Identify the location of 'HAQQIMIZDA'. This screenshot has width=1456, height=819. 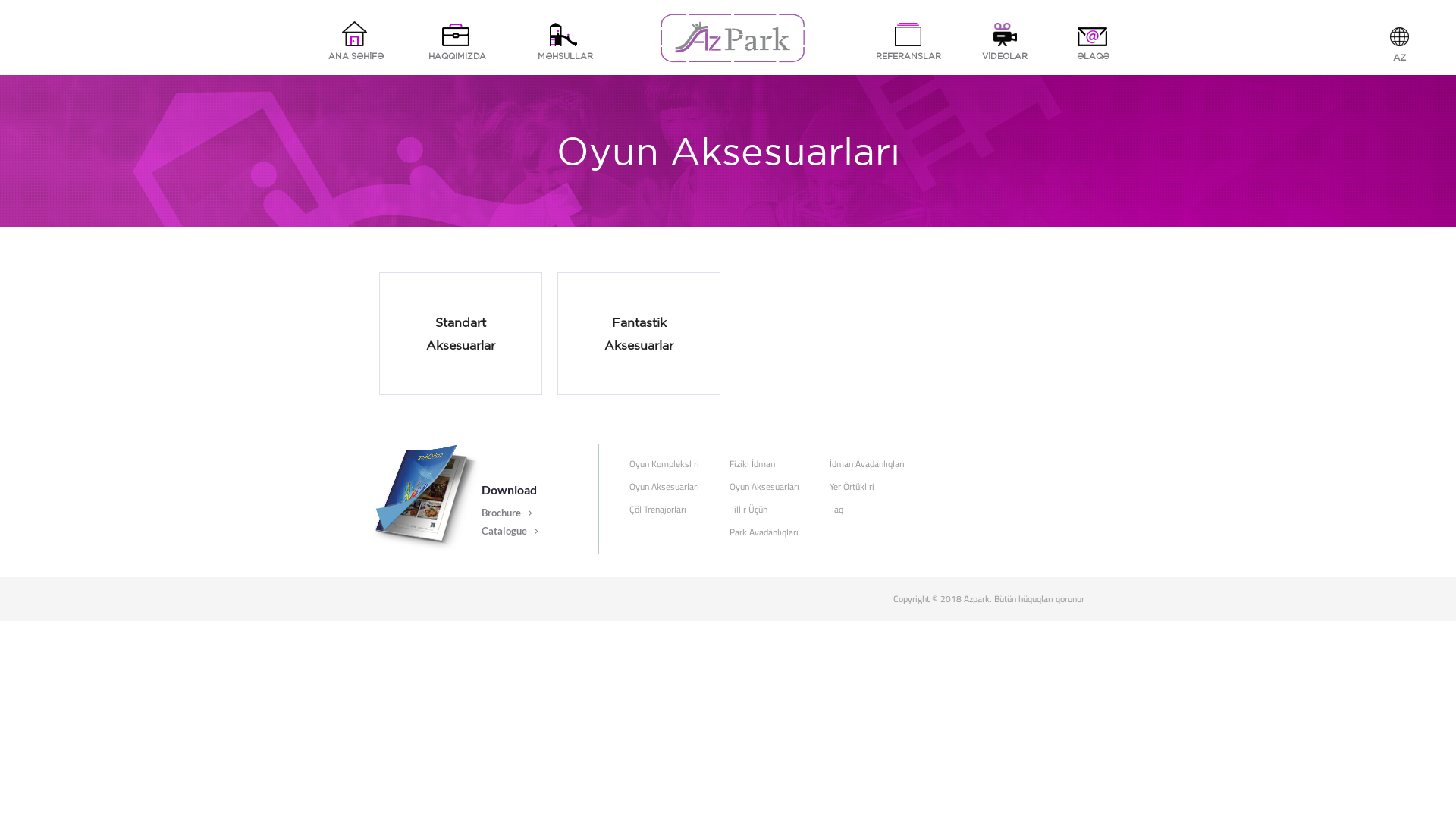
(457, 40).